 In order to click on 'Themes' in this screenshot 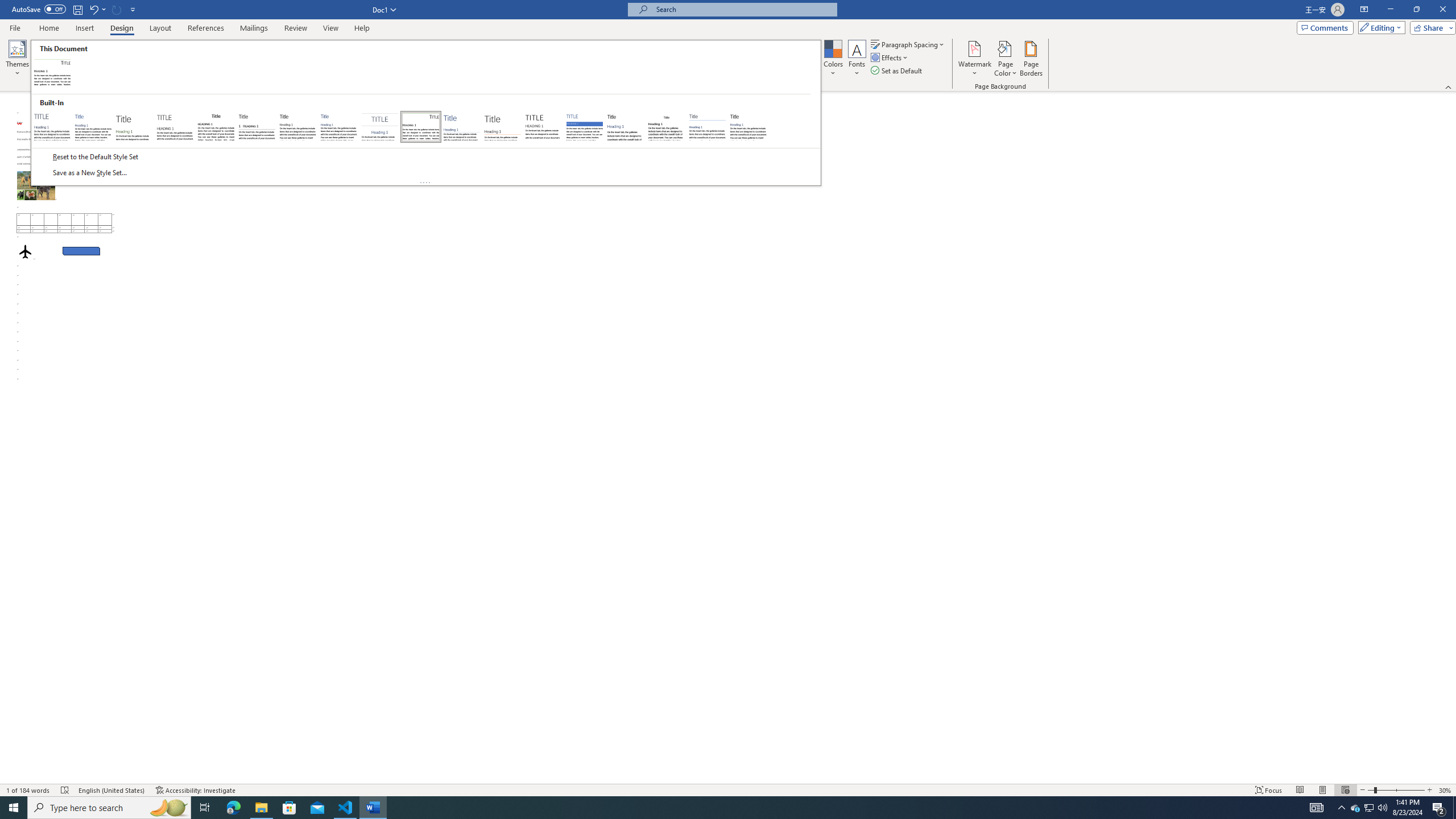, I will do `click(16, 59)`.